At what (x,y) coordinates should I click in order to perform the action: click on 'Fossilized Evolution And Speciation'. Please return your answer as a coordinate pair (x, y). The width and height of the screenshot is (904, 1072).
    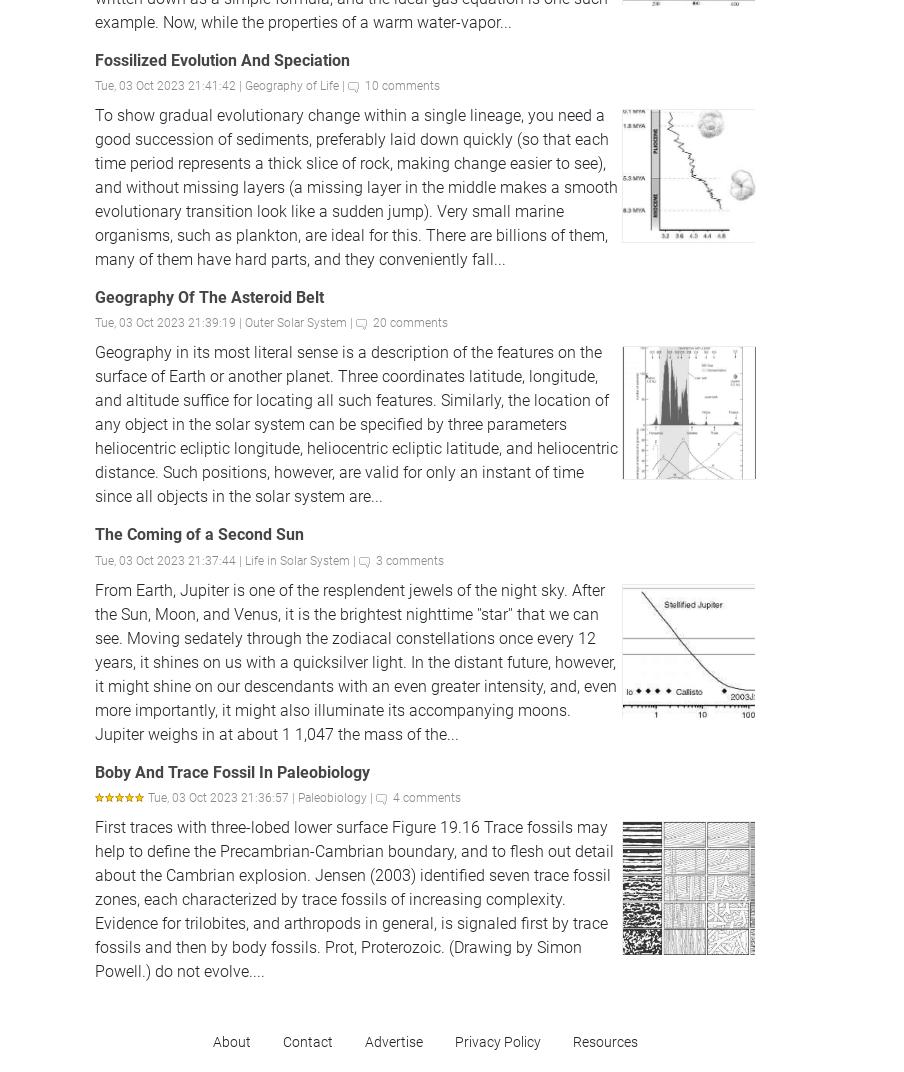
    Looking at the image, I should click on (95, 59).